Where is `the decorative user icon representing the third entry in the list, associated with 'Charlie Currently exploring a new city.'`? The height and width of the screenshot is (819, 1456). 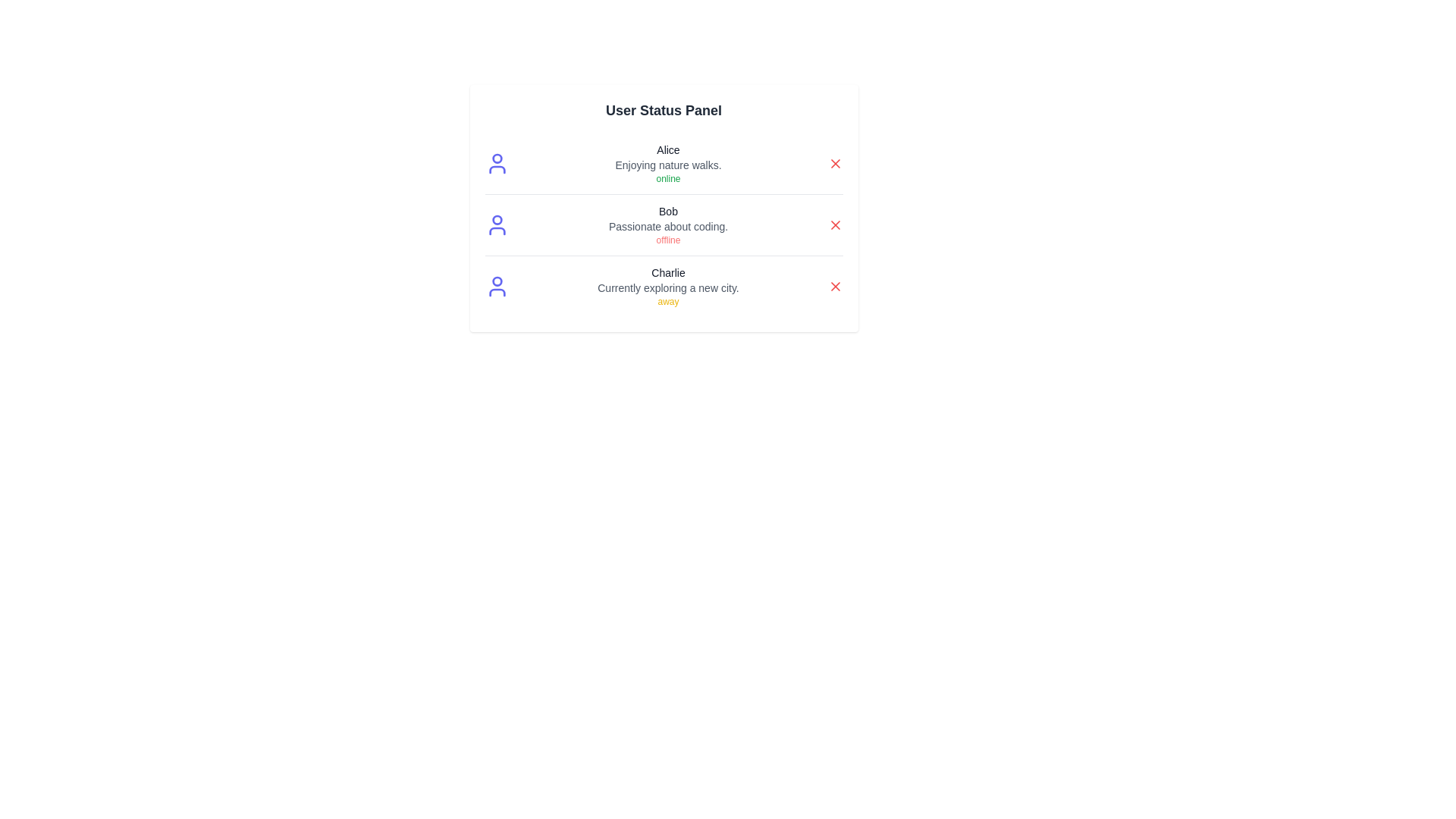 the decorative user icon representing the third entry in the list, associated with 'Charlie Currently exploring a new city.' is located at coordinates (497, 292).